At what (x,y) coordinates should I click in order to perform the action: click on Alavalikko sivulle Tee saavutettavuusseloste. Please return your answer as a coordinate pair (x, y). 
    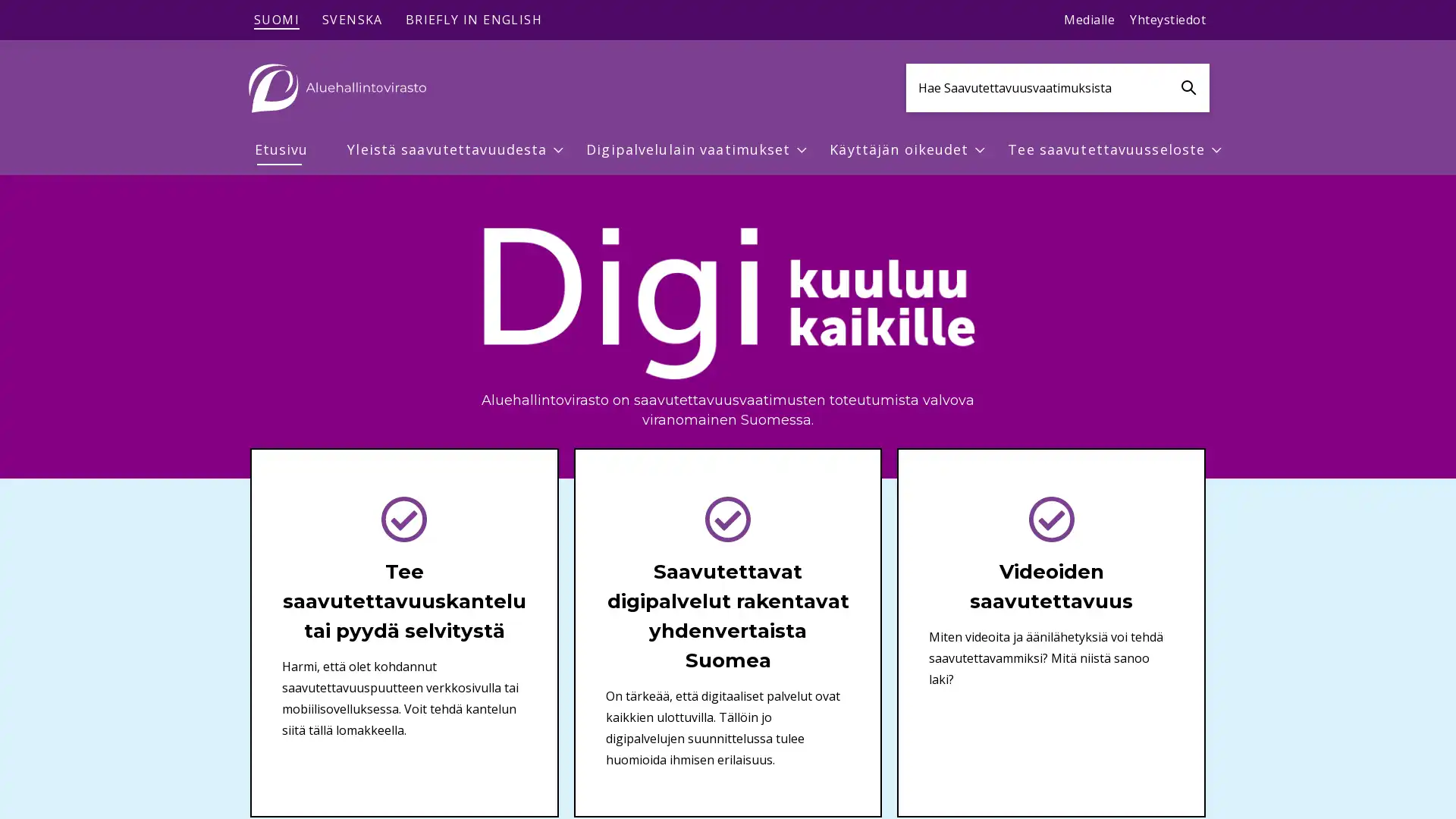
    Looking at the image, I should click on (1216, 149).